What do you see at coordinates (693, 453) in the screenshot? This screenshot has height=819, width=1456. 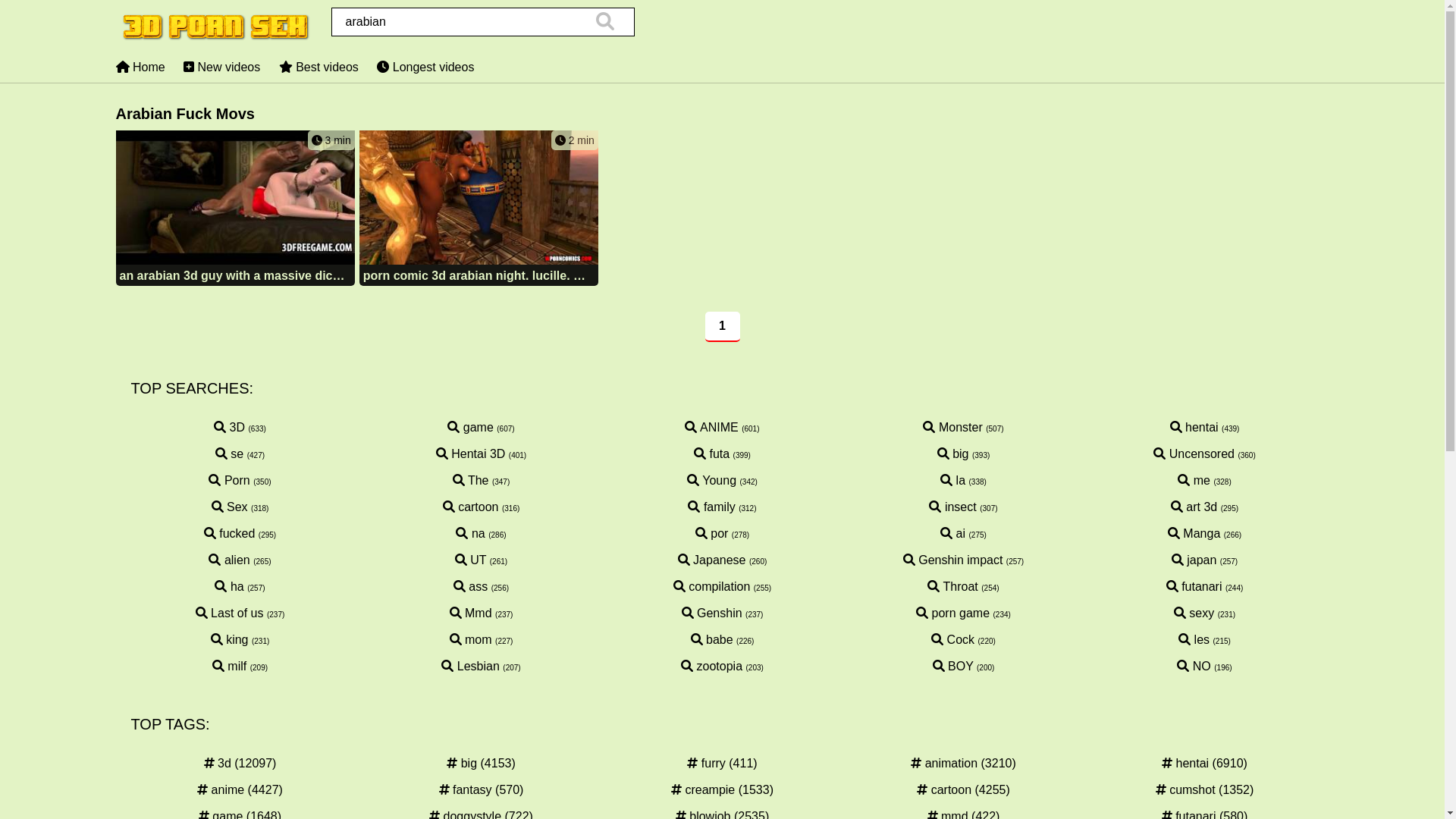 I see `'futa'` at bounding box center [693, 453].